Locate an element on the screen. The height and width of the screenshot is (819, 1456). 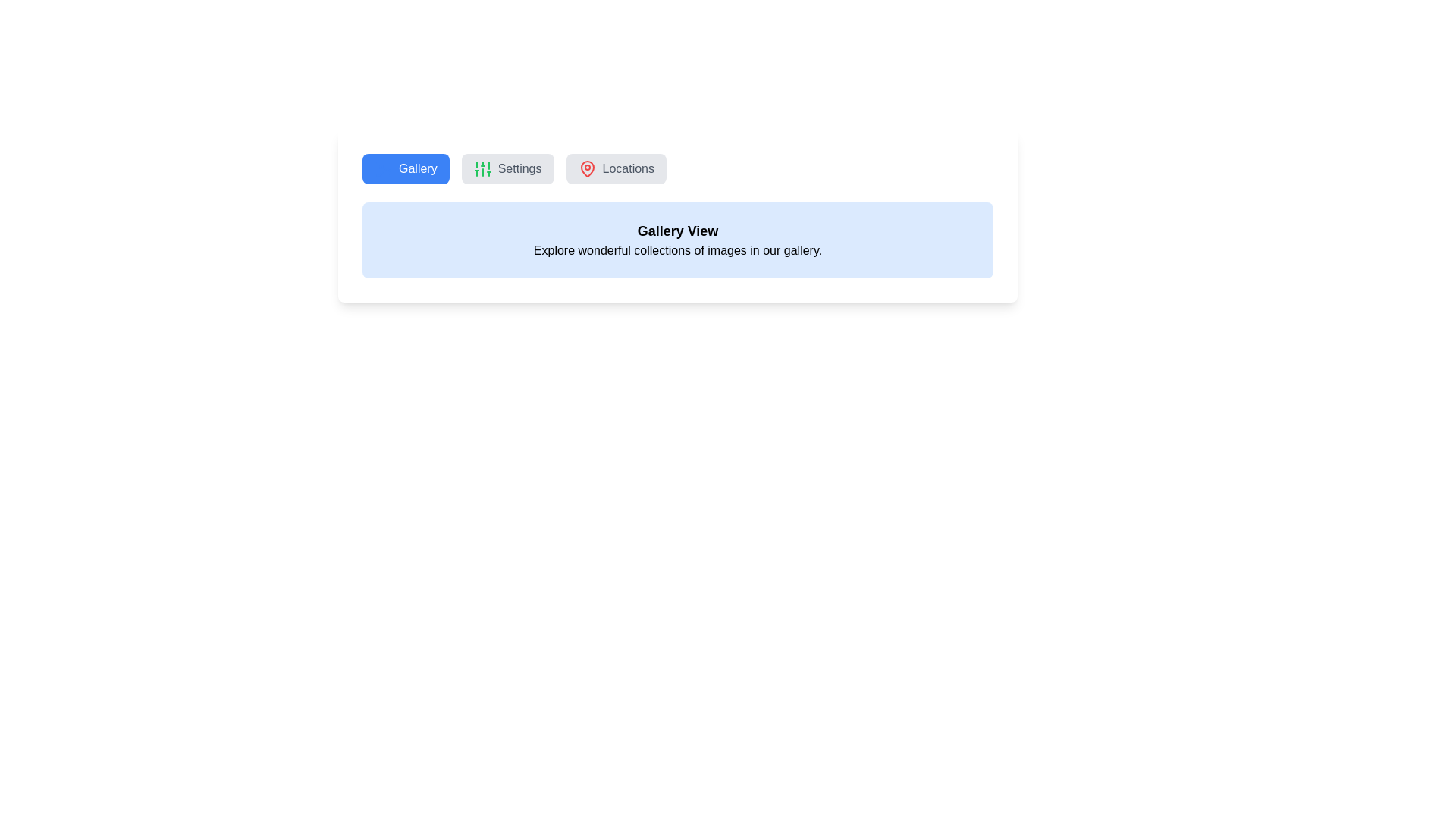
the tab Gallery to observe its hover effect is located at coordinates (405, 169).